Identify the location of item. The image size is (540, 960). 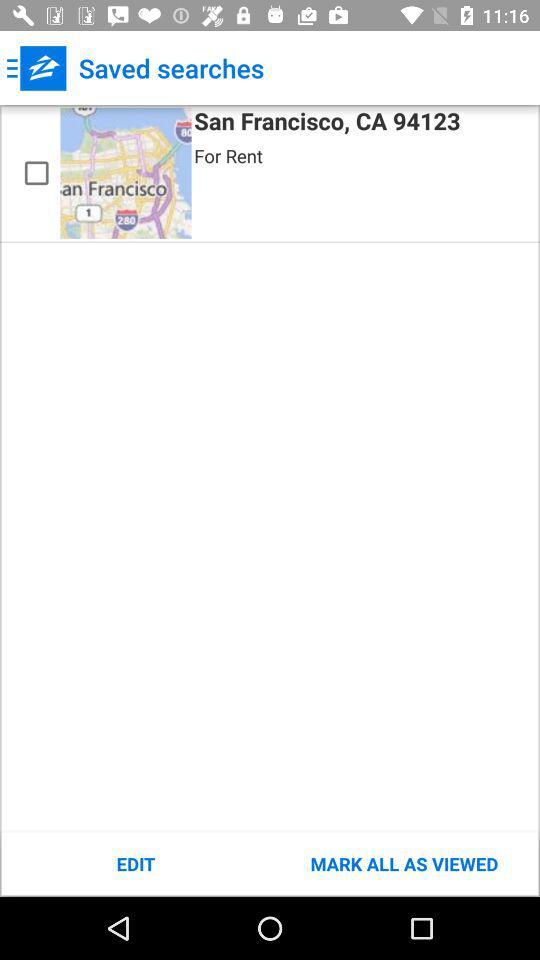
(36, 172).